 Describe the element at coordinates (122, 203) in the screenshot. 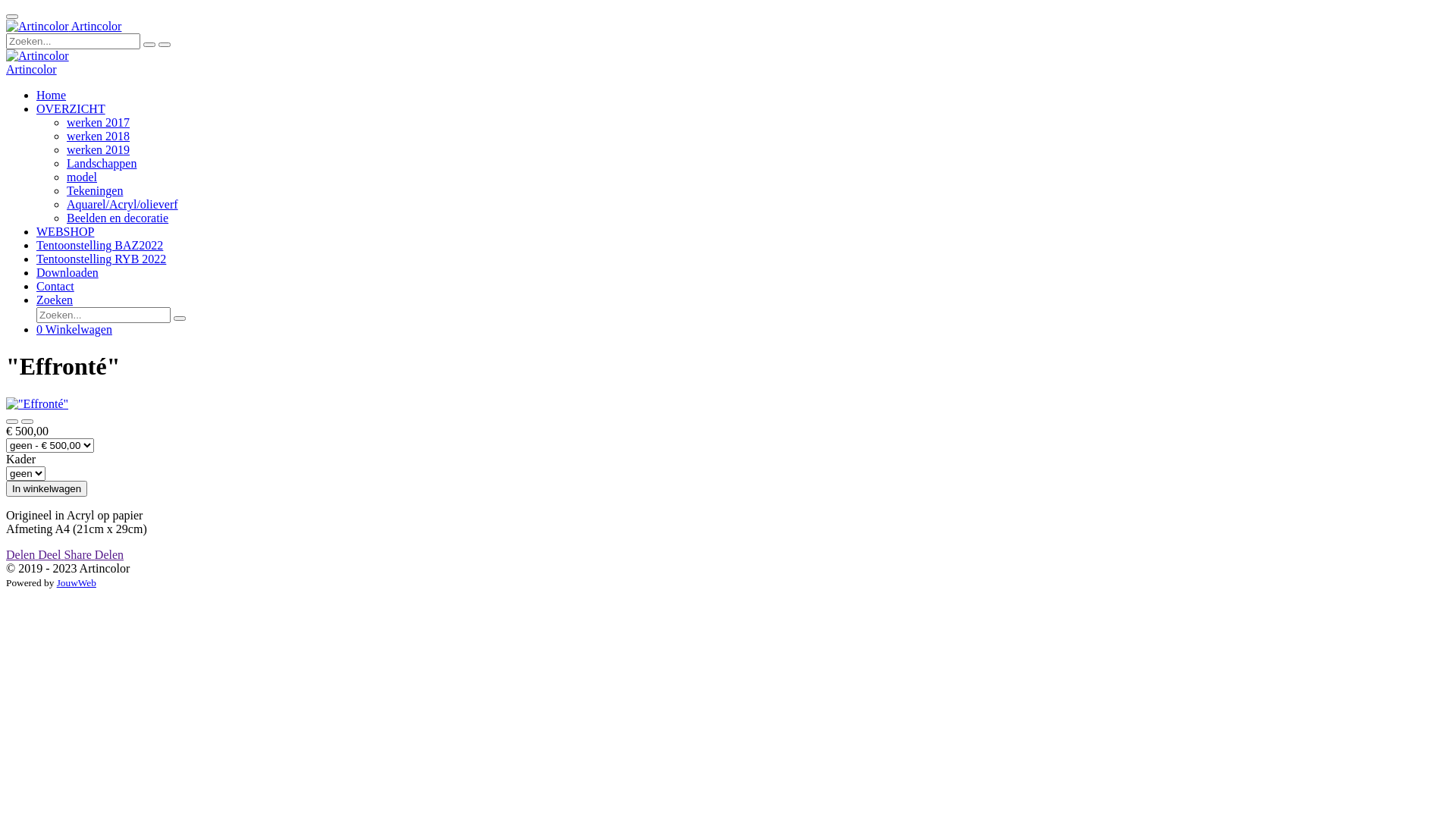

I see `'Aquarel/Acryl/olieverf'` at that location.